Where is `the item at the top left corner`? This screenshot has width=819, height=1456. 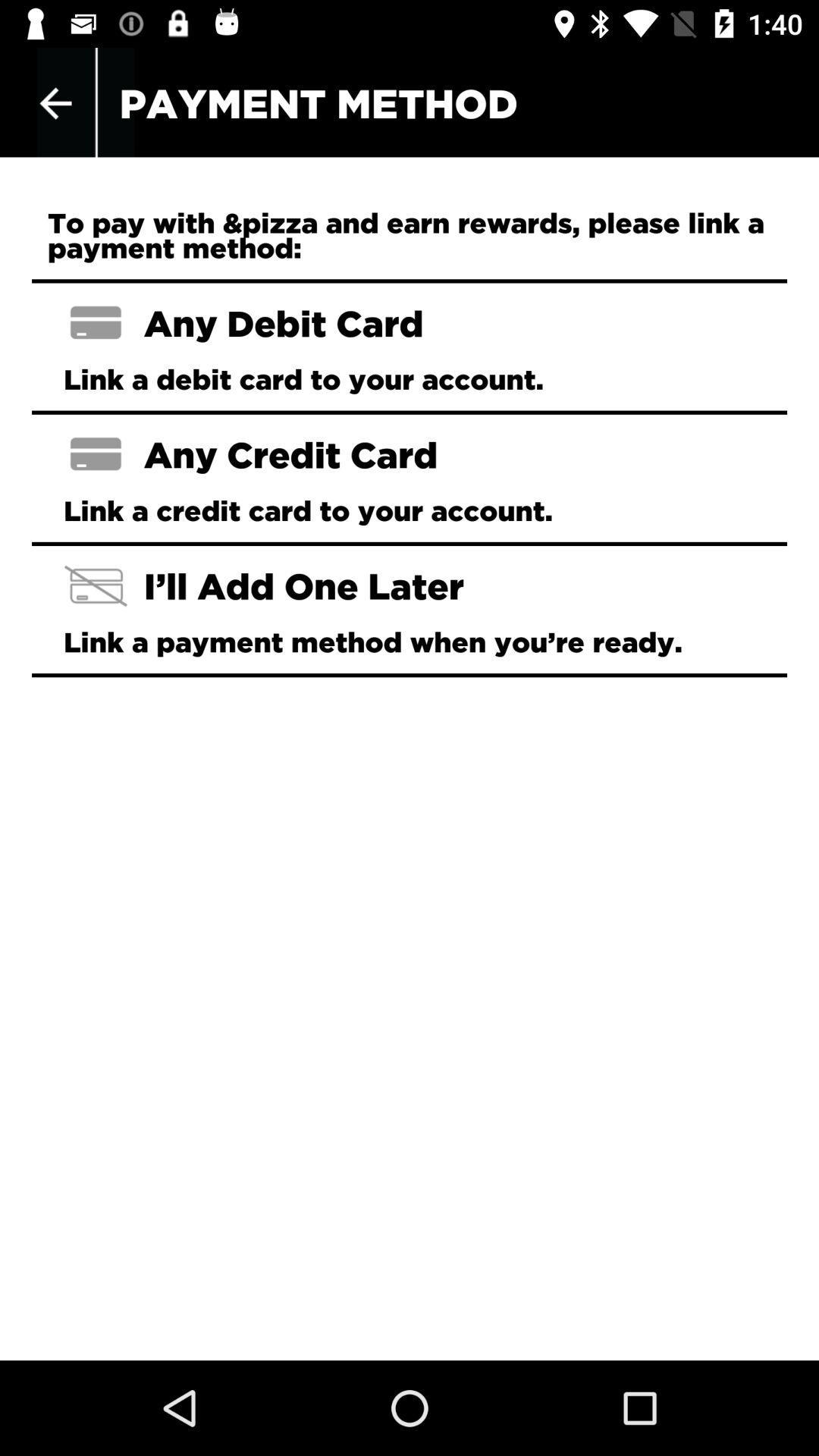
the item at the top left corner is located at coordinates (55, 102).